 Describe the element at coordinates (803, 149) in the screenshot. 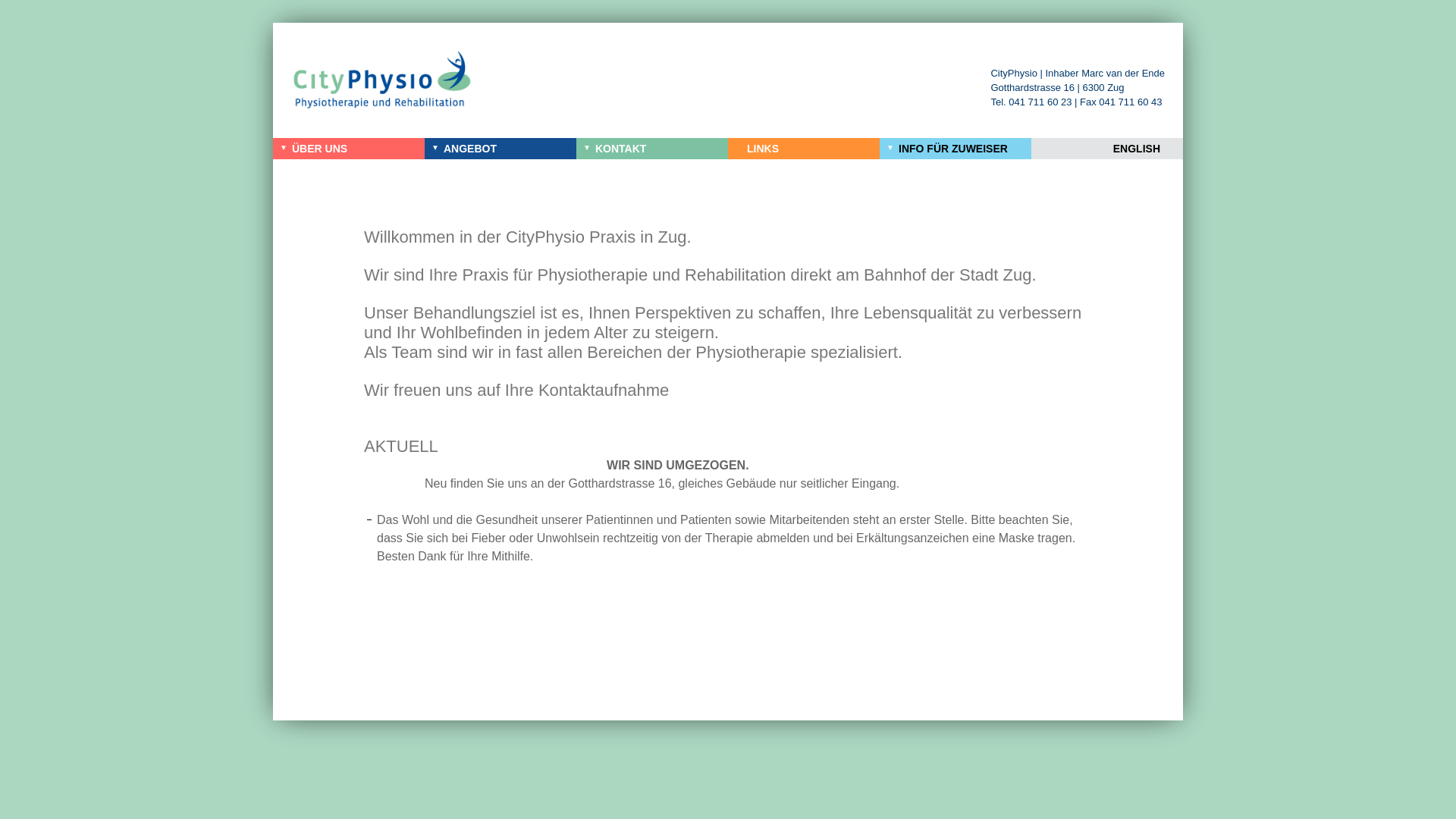

I see `'LINKS'` at that location.